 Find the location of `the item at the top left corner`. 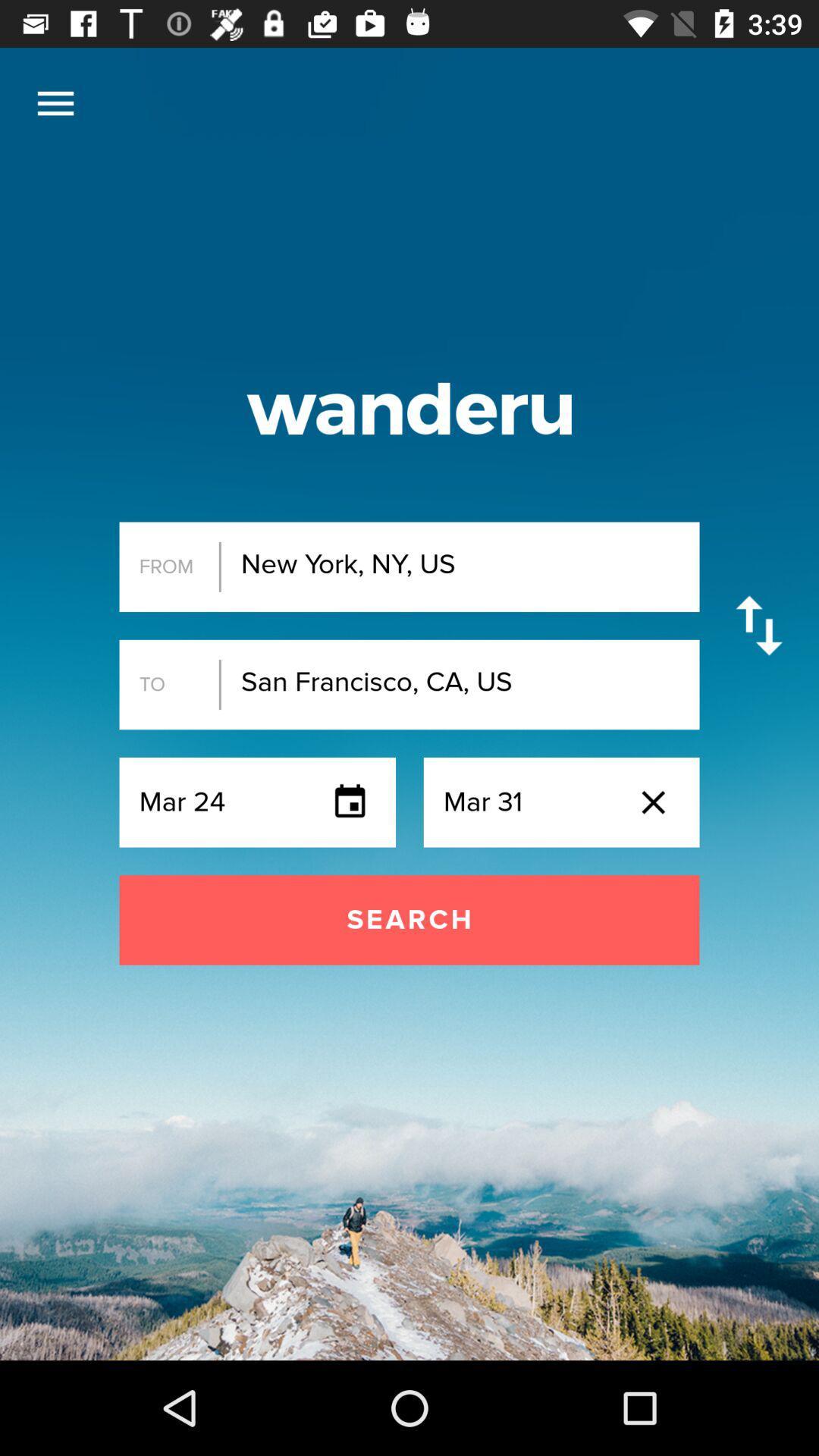

the item at the top left corner is located at coordinates (55, 102).